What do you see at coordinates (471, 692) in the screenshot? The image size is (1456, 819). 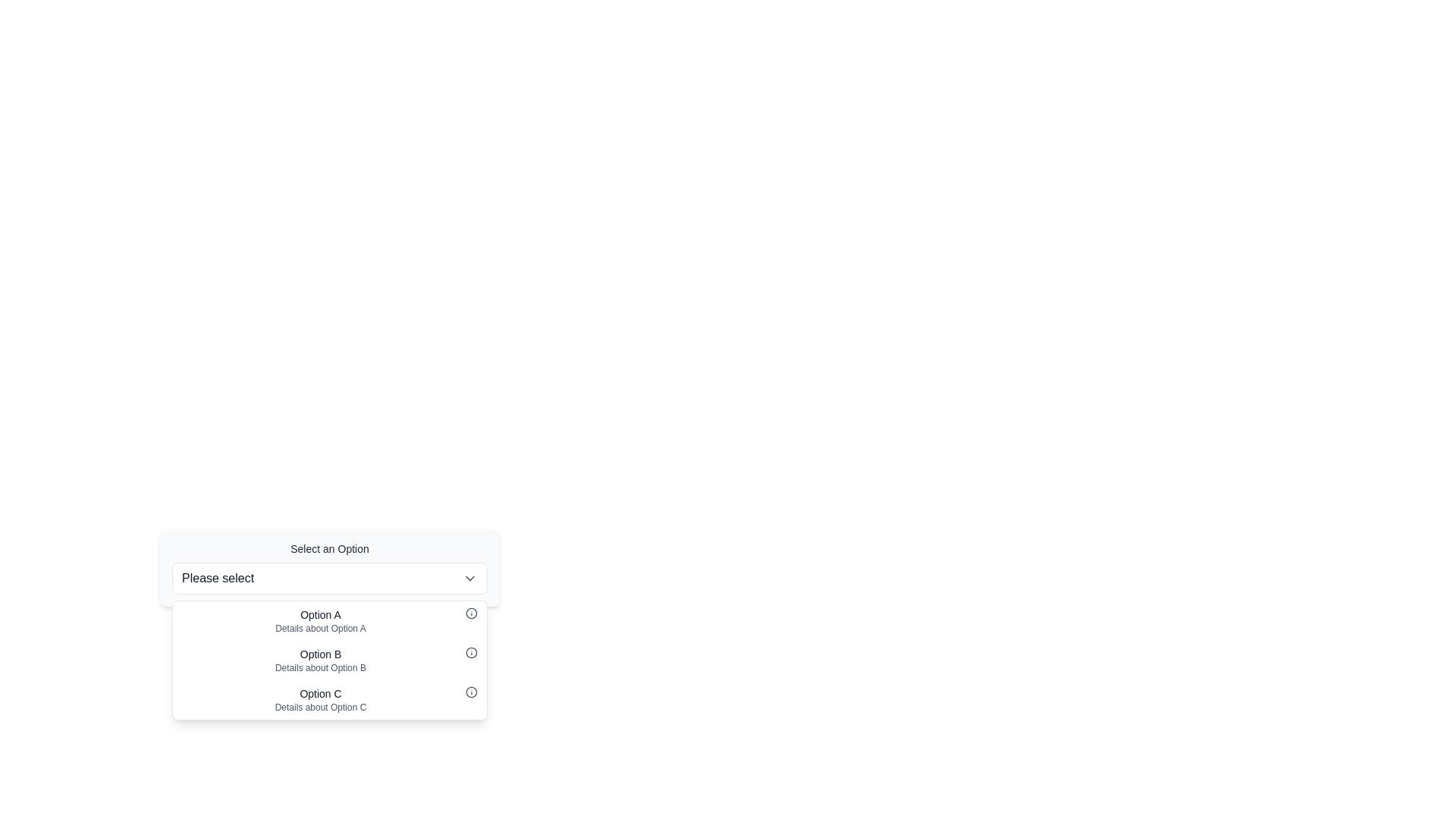 I see `the SVG circle representing 'Option C'` at bounding box center [471, 692].